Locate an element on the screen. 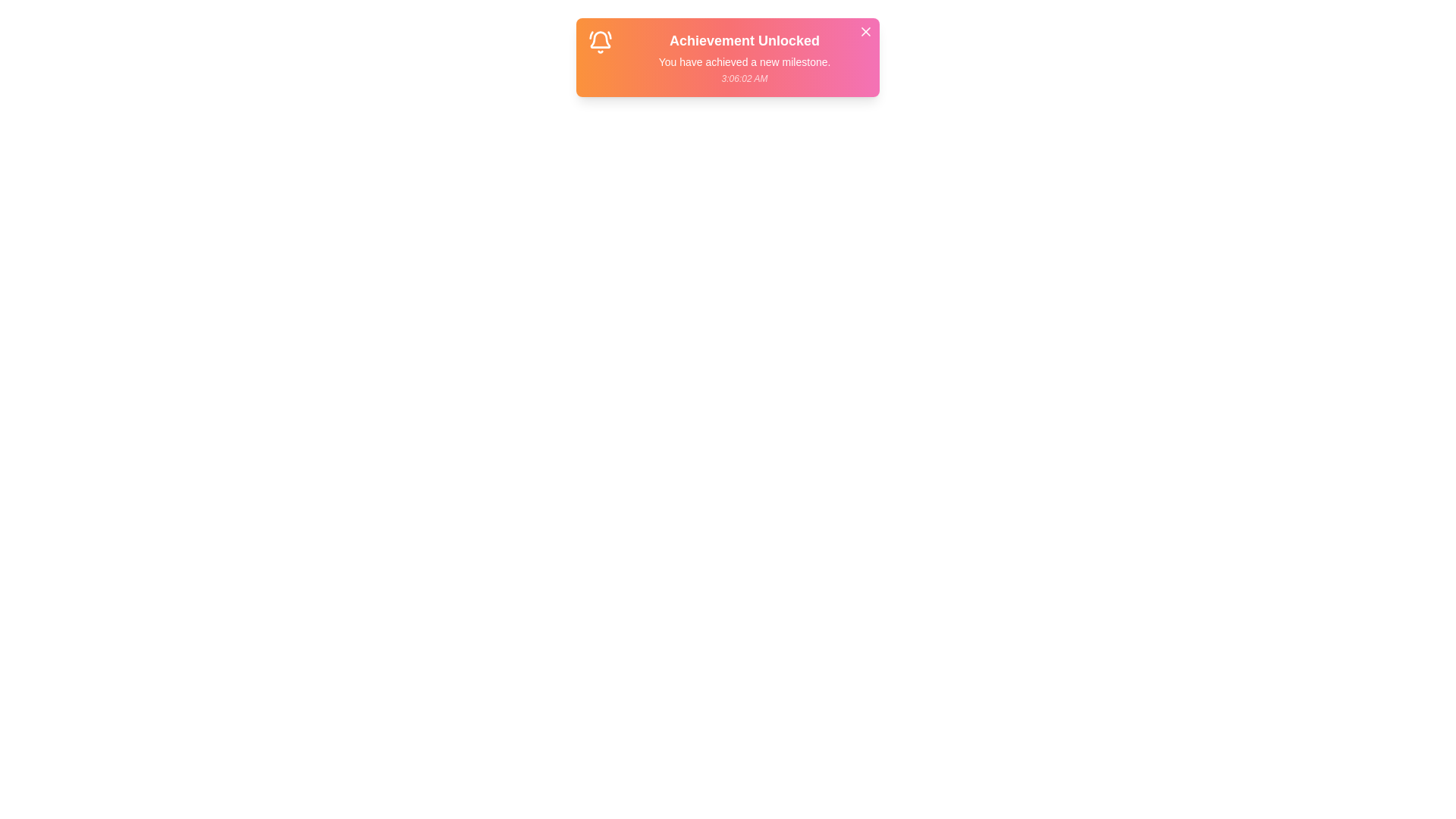  the text content of the notification: Message is located at coordinates (745, 61).